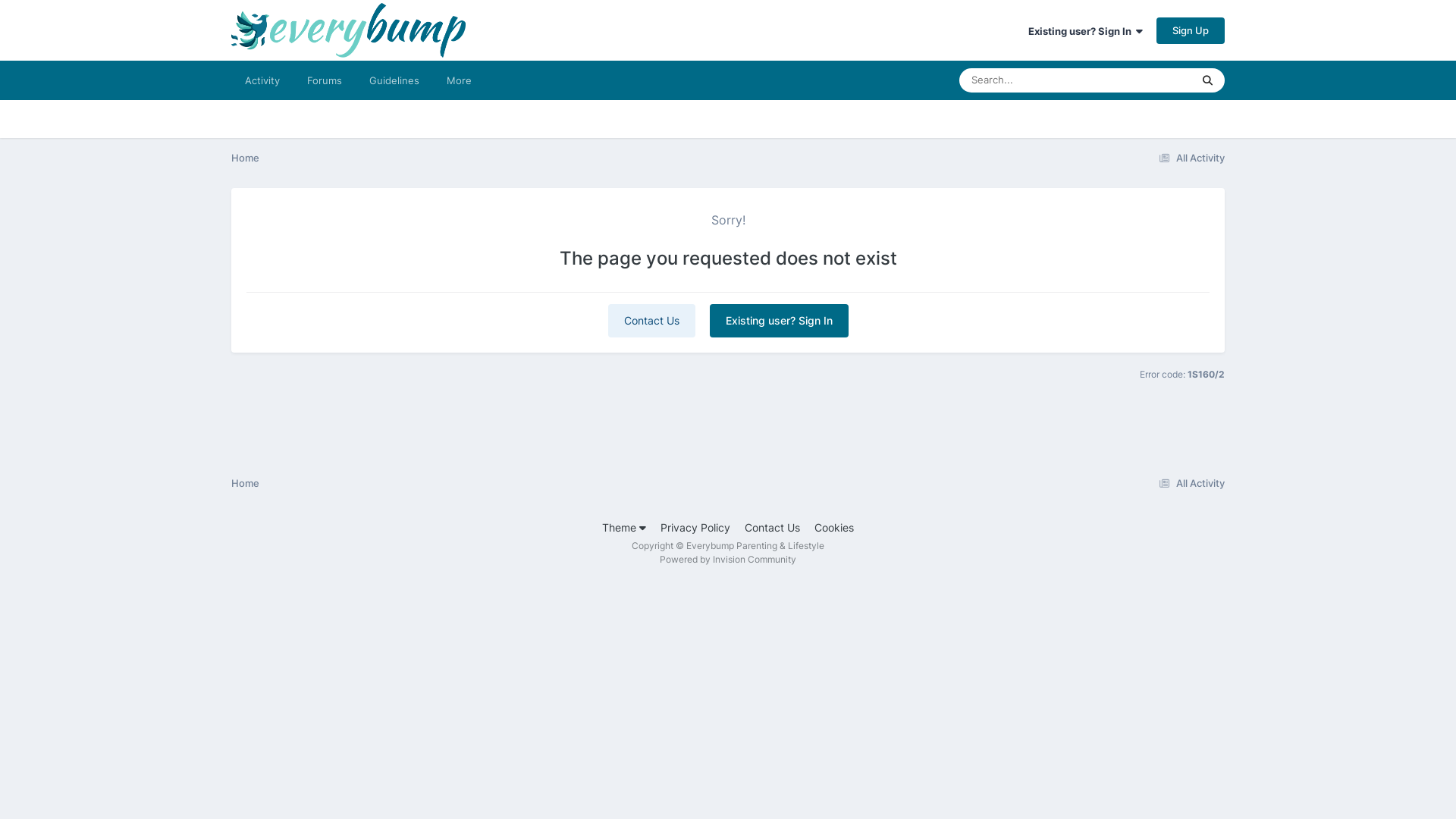  What do you see at coordinates (262, 80) in the screenshot?
I see `'Activity'` at bounding box center [262, 80].